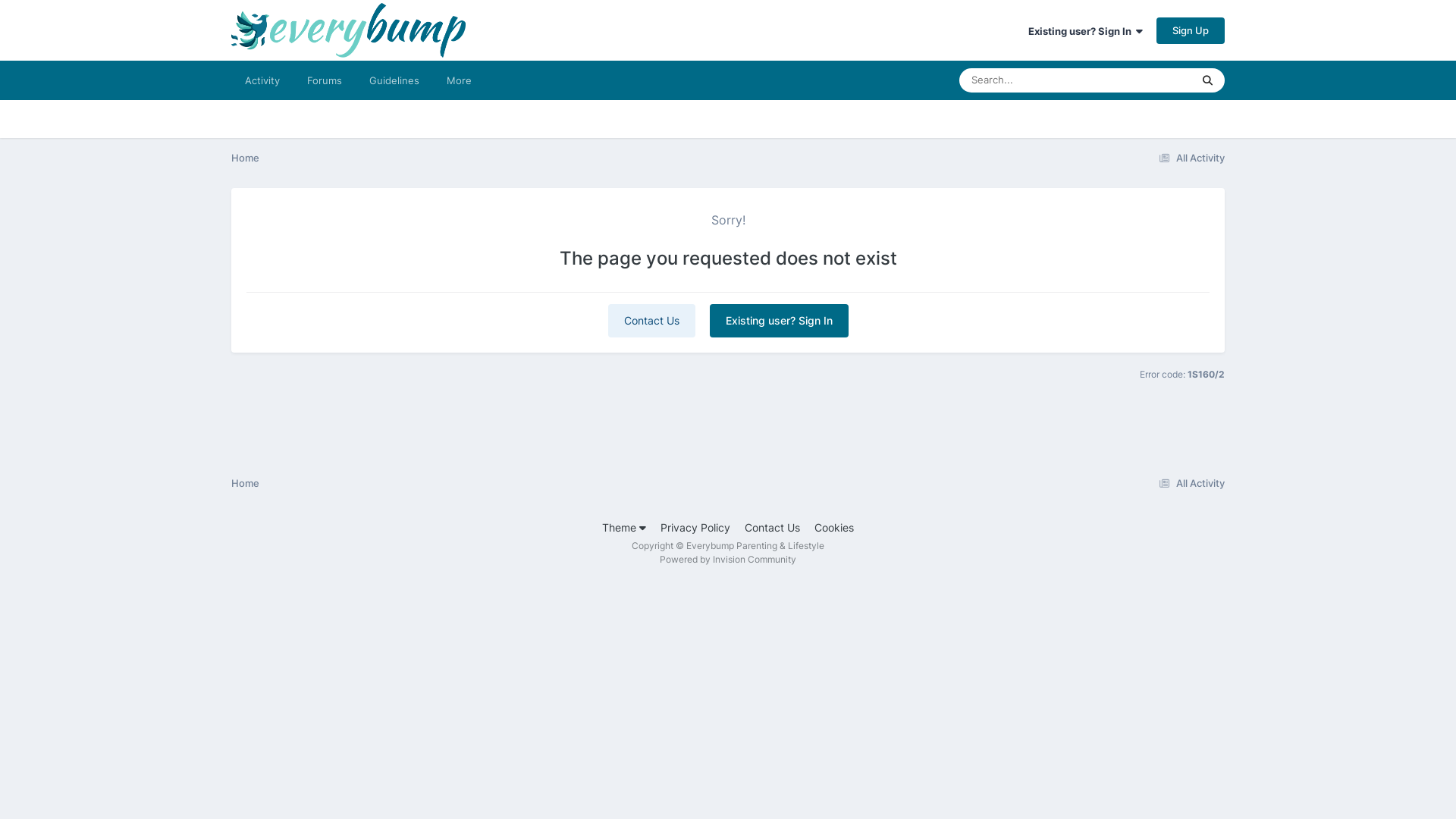  What do you see at coordinates (262, 80) in the screenshot?
I see `'Activity'` at bounding box center [262, 80].